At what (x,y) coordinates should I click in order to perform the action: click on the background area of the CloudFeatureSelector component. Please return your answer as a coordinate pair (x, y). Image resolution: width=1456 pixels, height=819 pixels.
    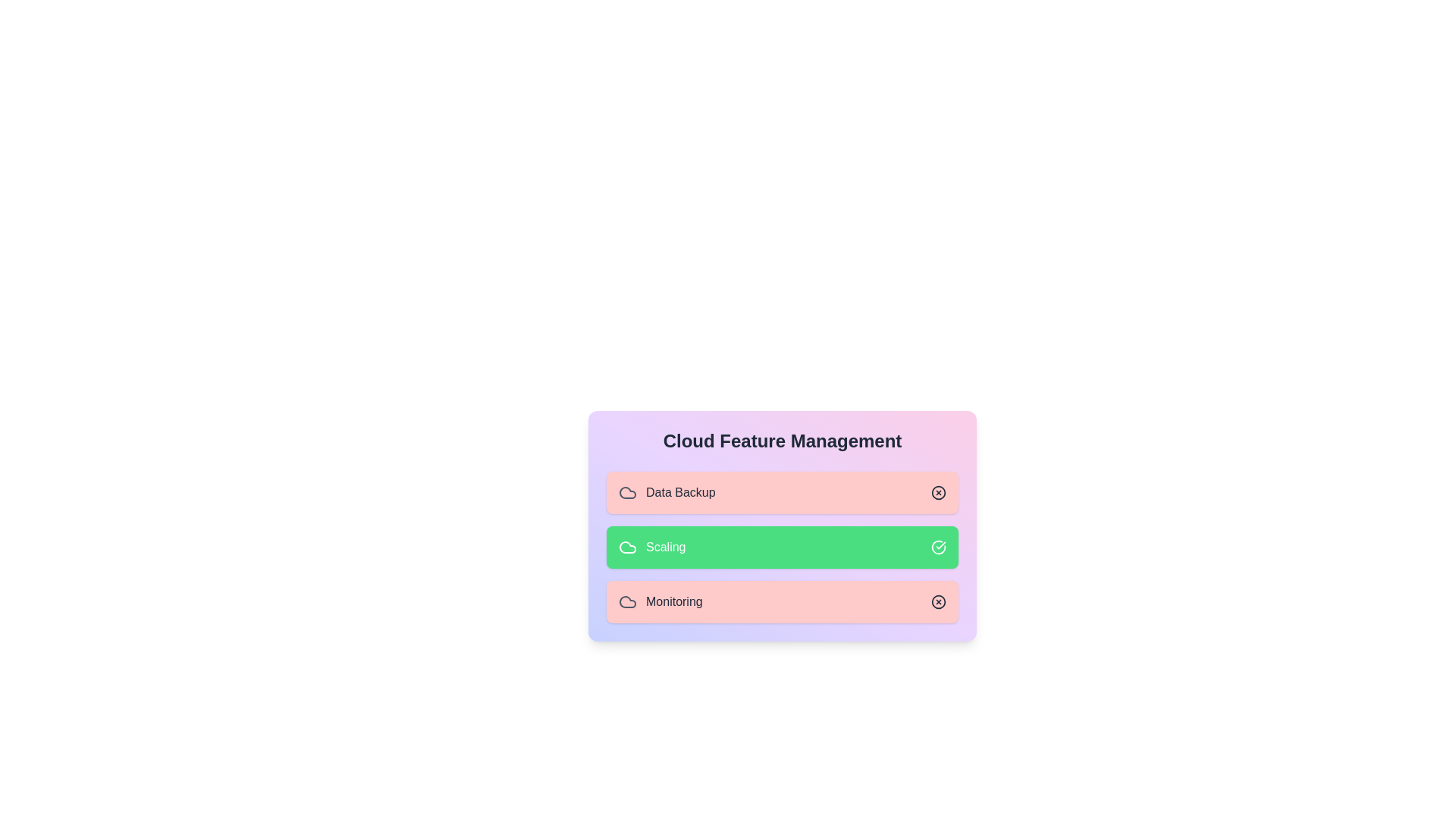
    Looking at the image, I should click on (783, 579).